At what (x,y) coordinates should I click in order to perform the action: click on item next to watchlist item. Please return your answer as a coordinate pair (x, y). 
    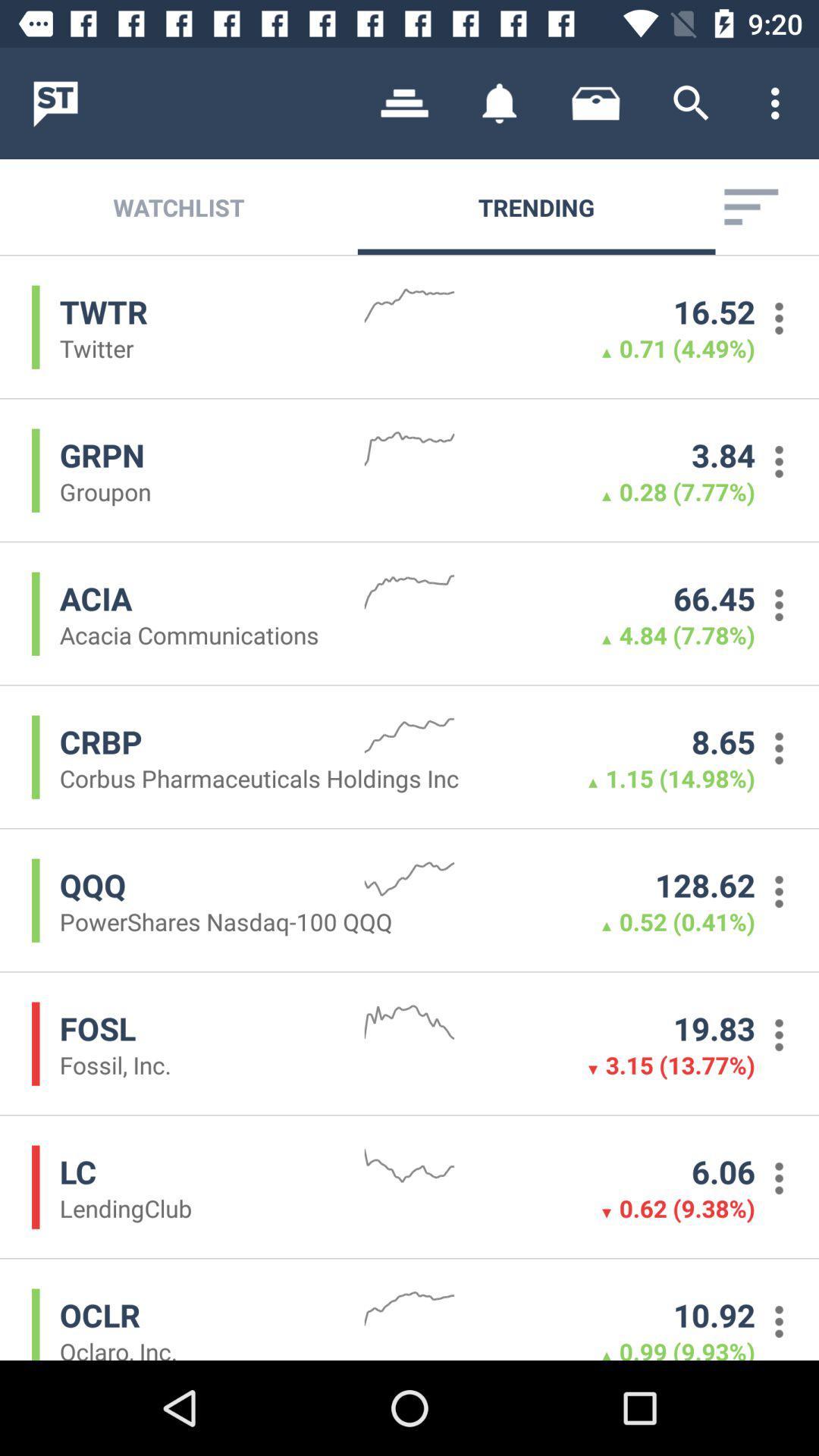
    Looking at the image, I should click on (403, 102).